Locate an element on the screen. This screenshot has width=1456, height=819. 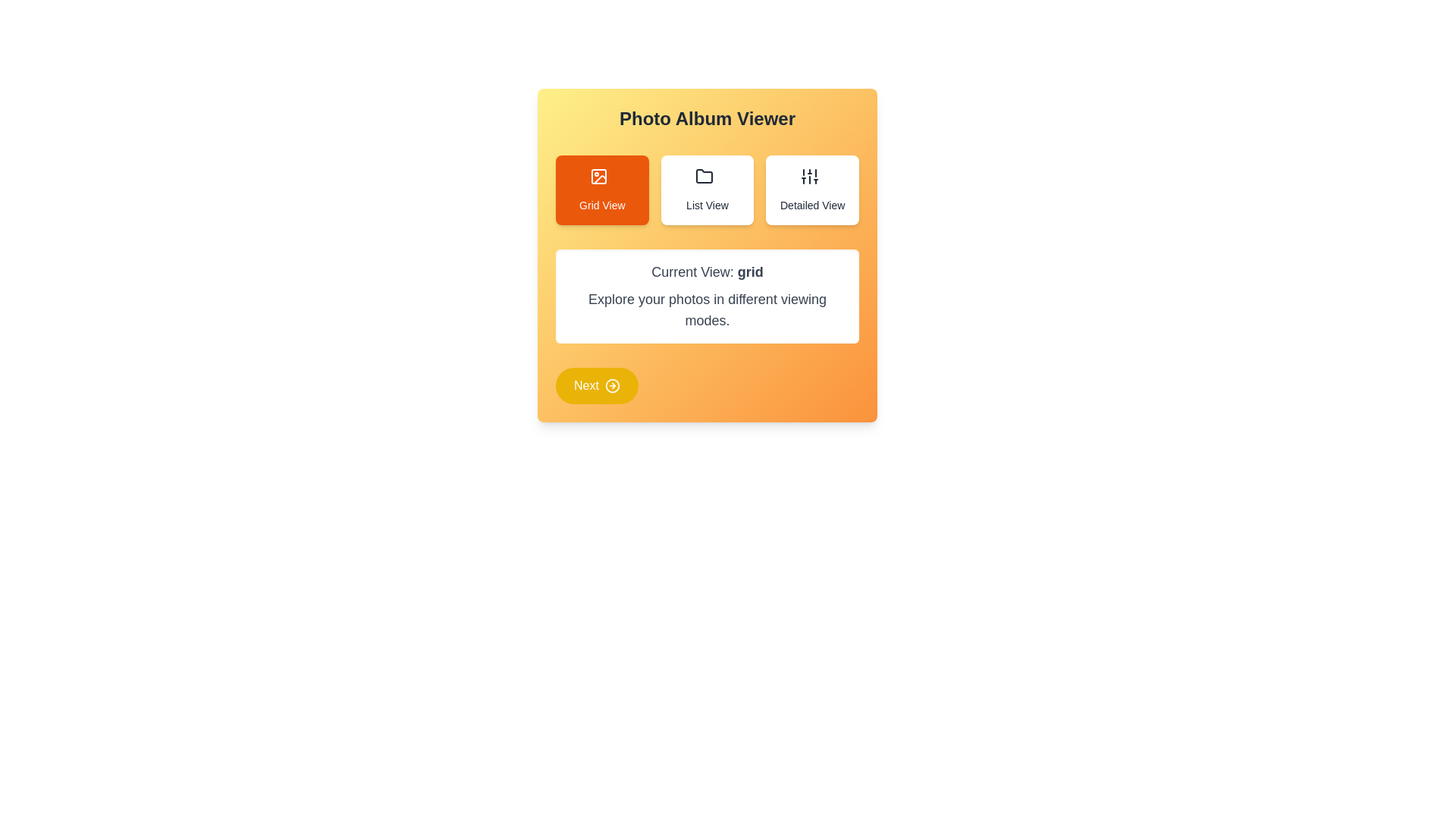
the second button in the horizontal group for switching the photo album view to list format is located at coordinates (706, 189).